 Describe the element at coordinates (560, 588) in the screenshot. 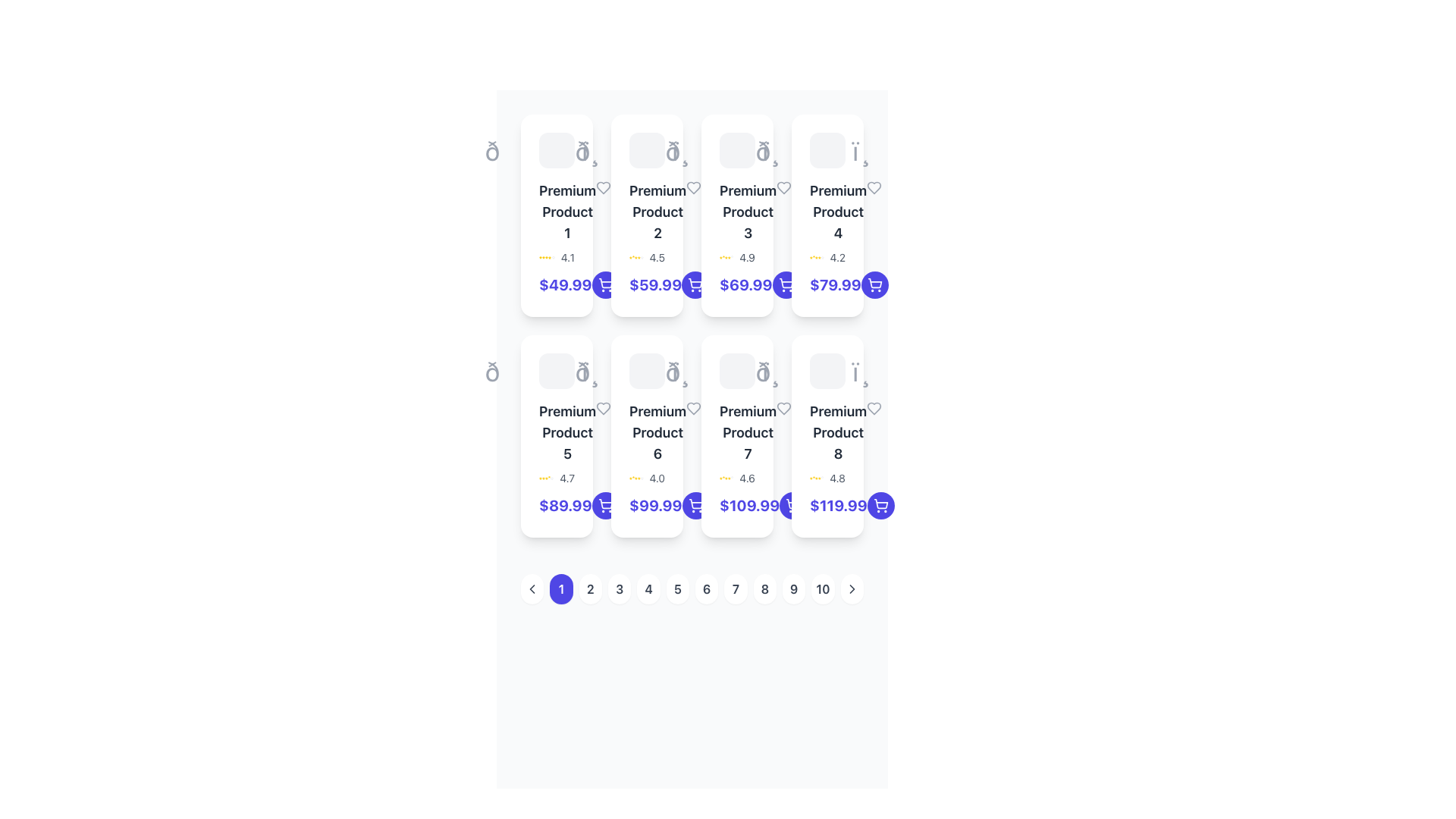

I see `the pagination button that selects page 1, which is the second circular button in the sequence located between a leftward-facing arrow and the button labeled '2'` at that location.